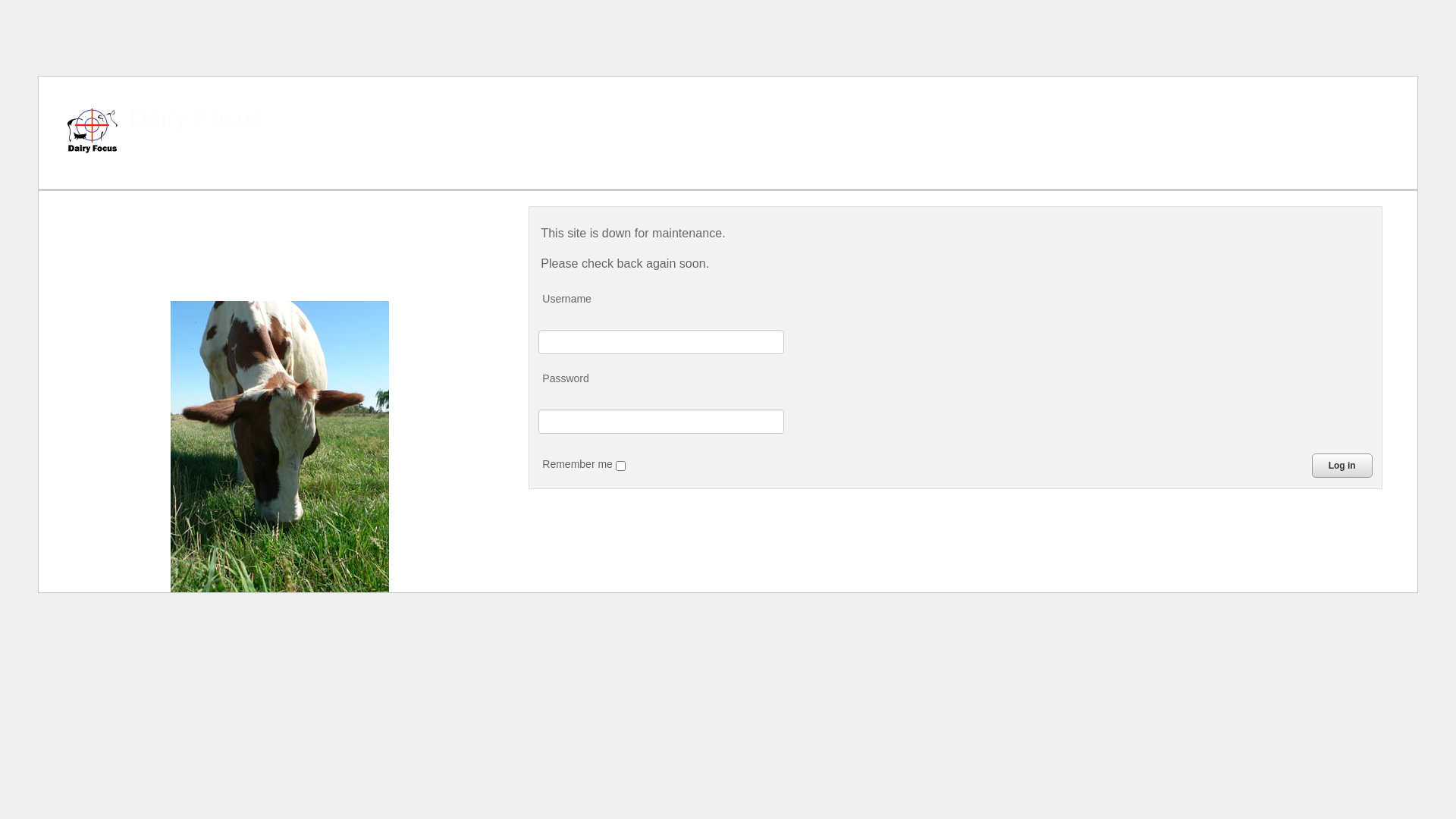  Describe the element at coordinates (1342, 464) in the screenshot. I see `'Log in'` at that location.